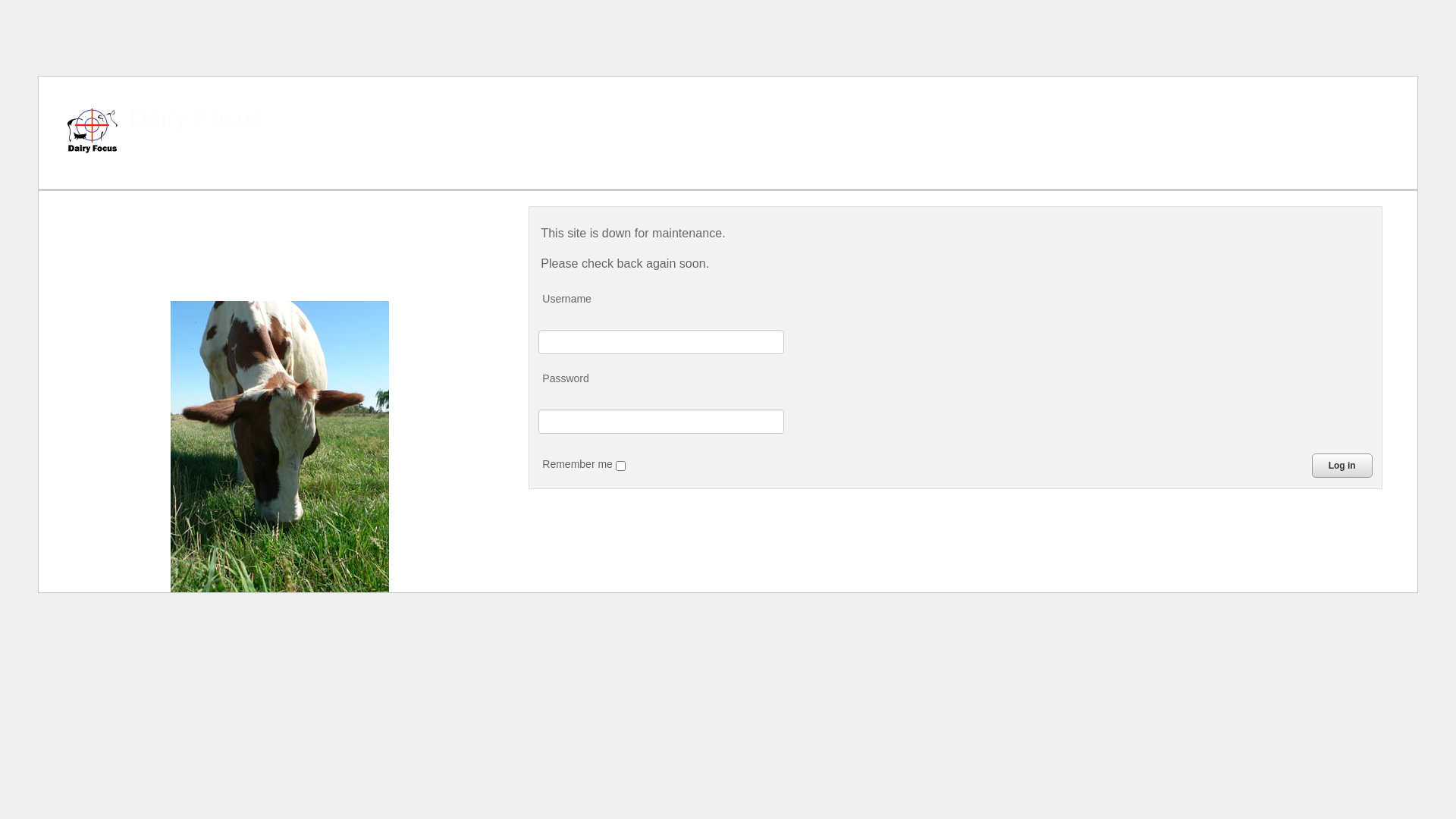  Describe the element at coordinates (1342, 464) in the screenshot. I see `'Log in'` at that location.